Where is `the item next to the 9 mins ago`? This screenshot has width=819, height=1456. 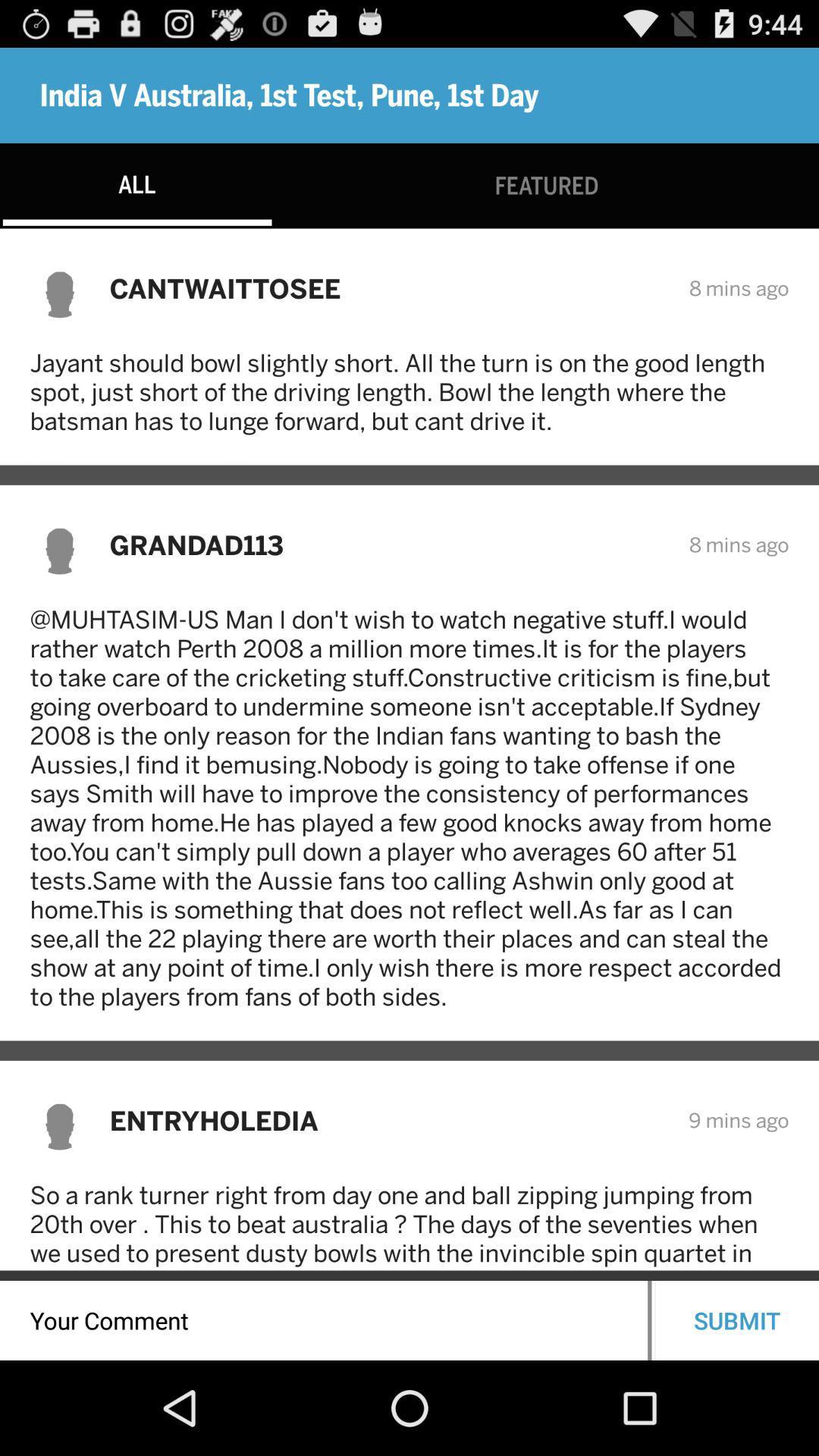
the item next to the 9 mins ago is located at coordinates (388, 1120).